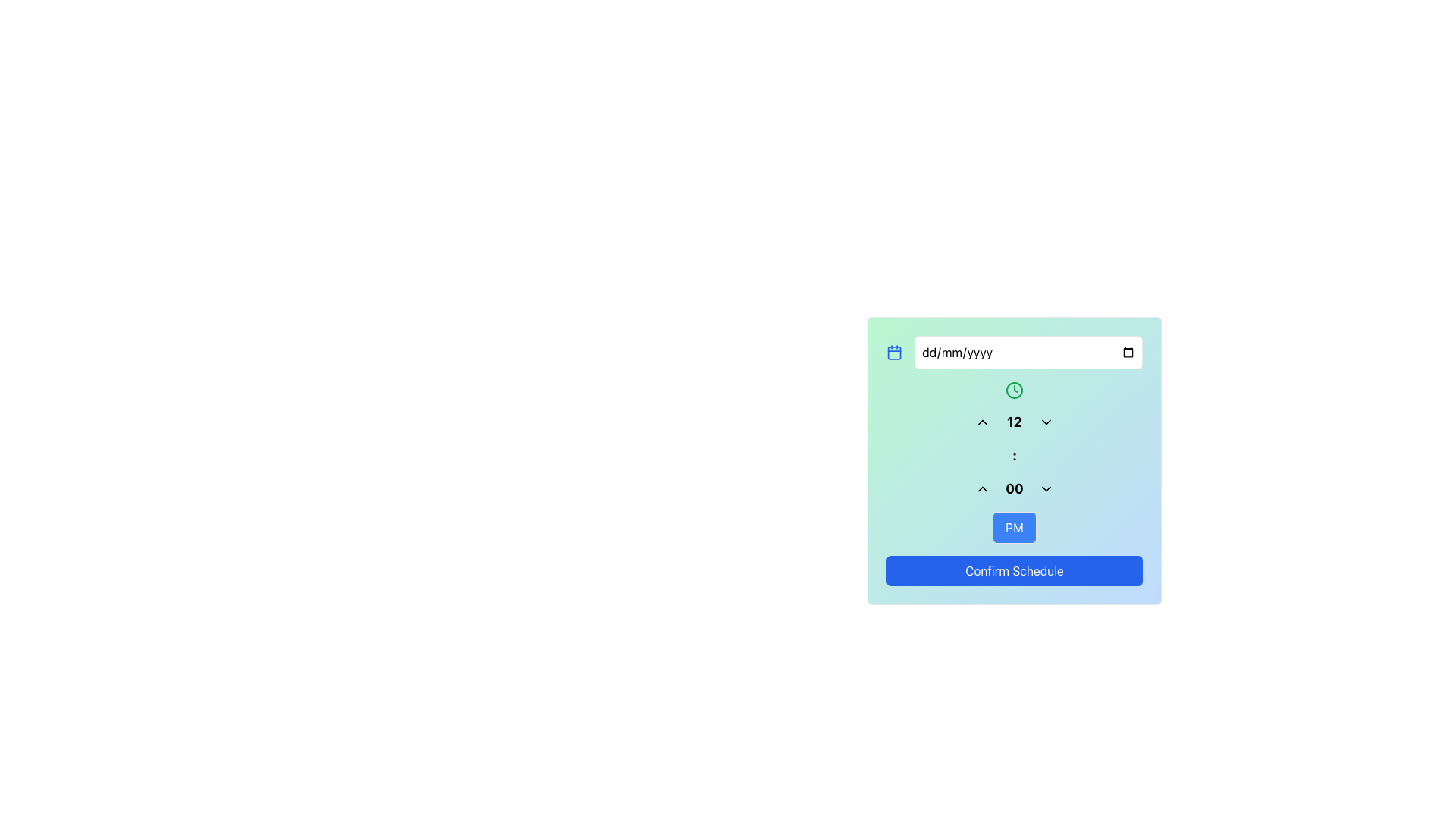 The width and height of the screenshot is (1456, 819). Describe the element at coordinates (1015, 526) in the screenshot. I see `the rectangular blue button labeled 'PM' at the bottom of the time selection interface` at that location.